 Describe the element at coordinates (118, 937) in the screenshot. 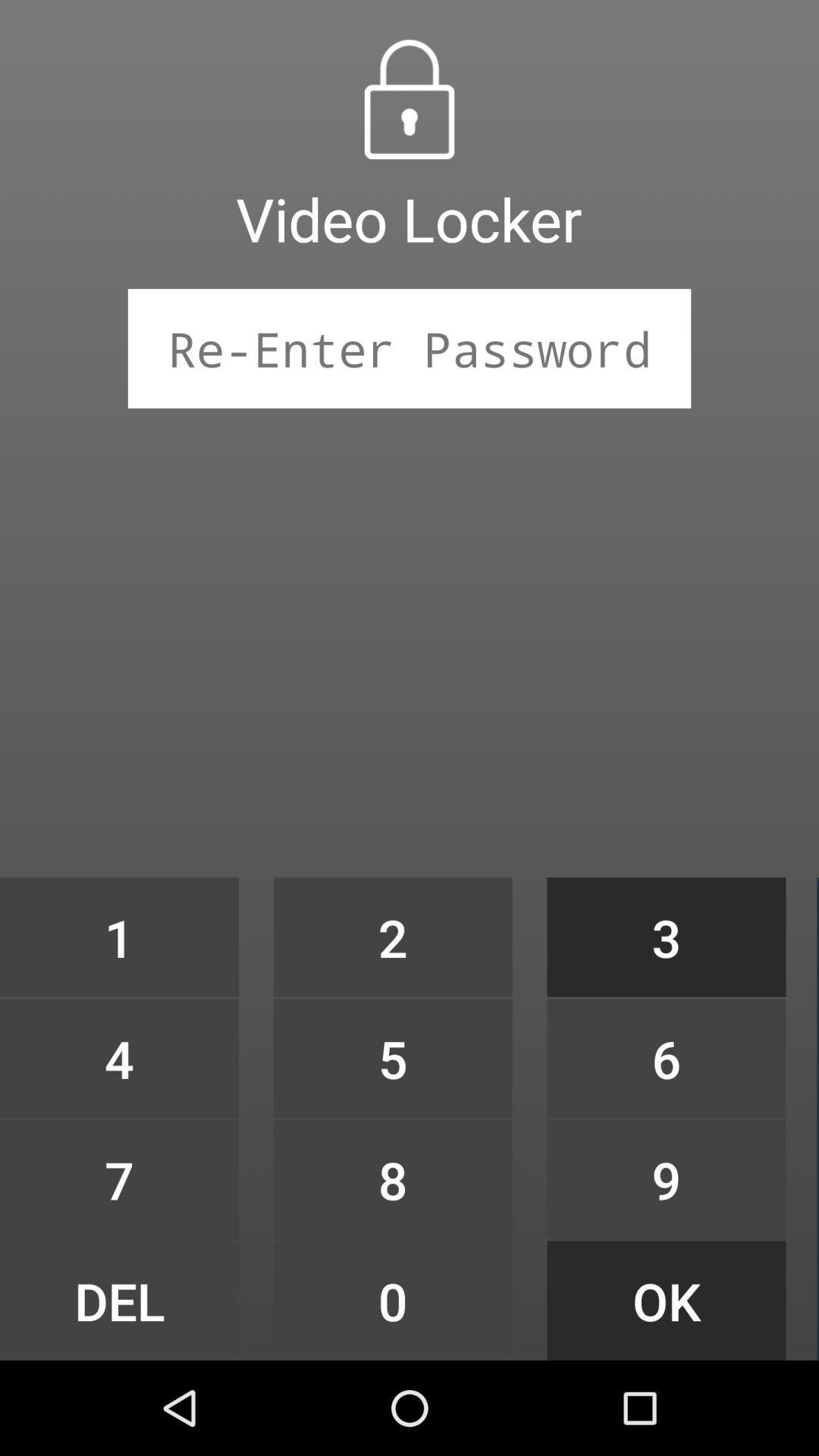

I see `icon to the left of the 2` at that location.